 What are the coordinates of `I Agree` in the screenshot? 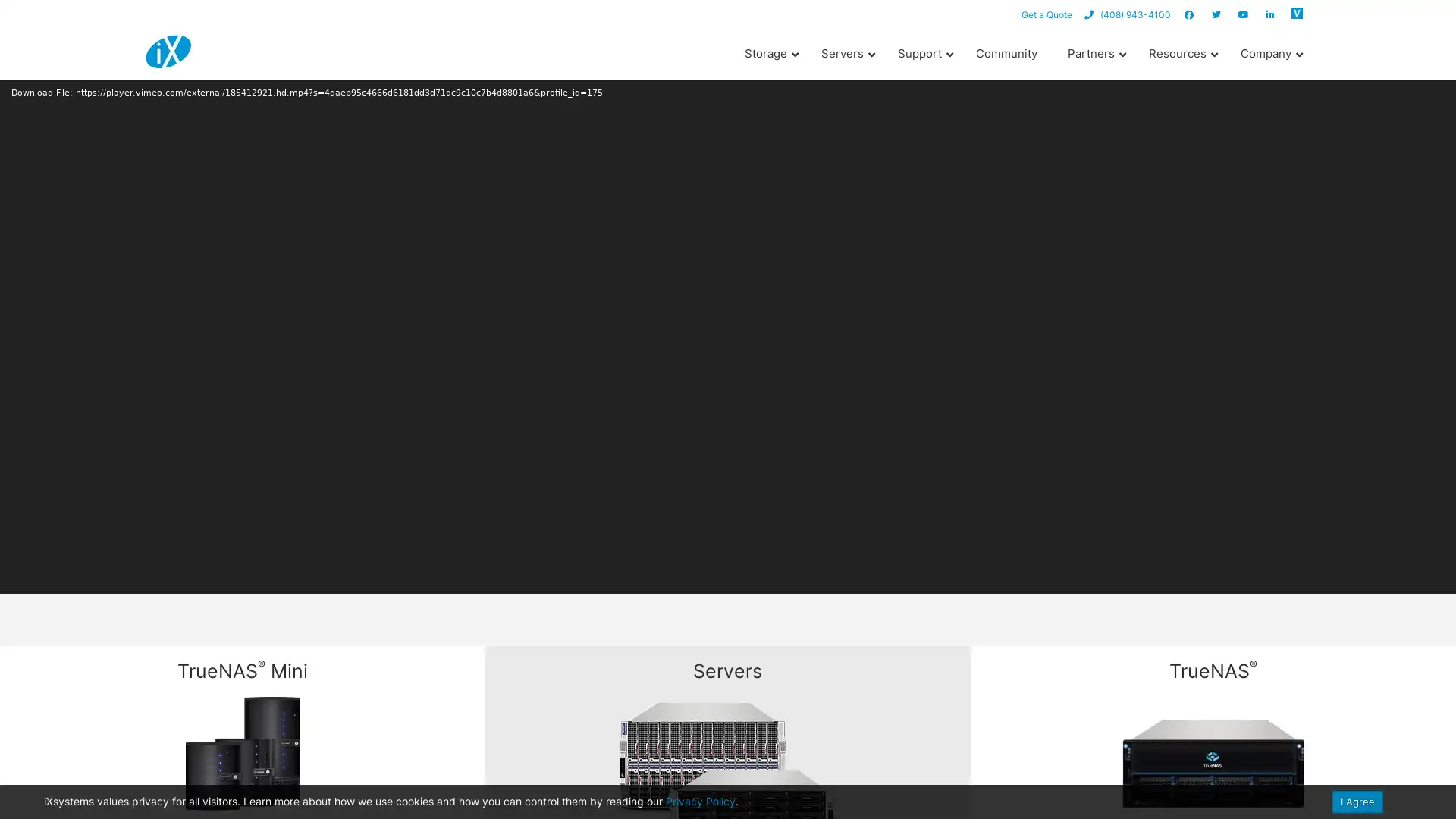 It's located at (1357, 801).